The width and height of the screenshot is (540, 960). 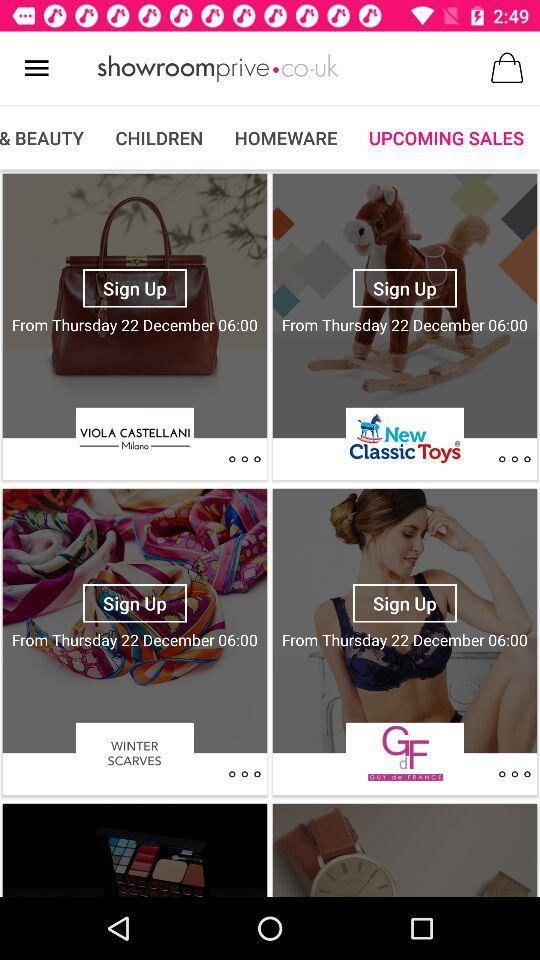 I want to click on three consecutive circles, so click(x=244, y=459).